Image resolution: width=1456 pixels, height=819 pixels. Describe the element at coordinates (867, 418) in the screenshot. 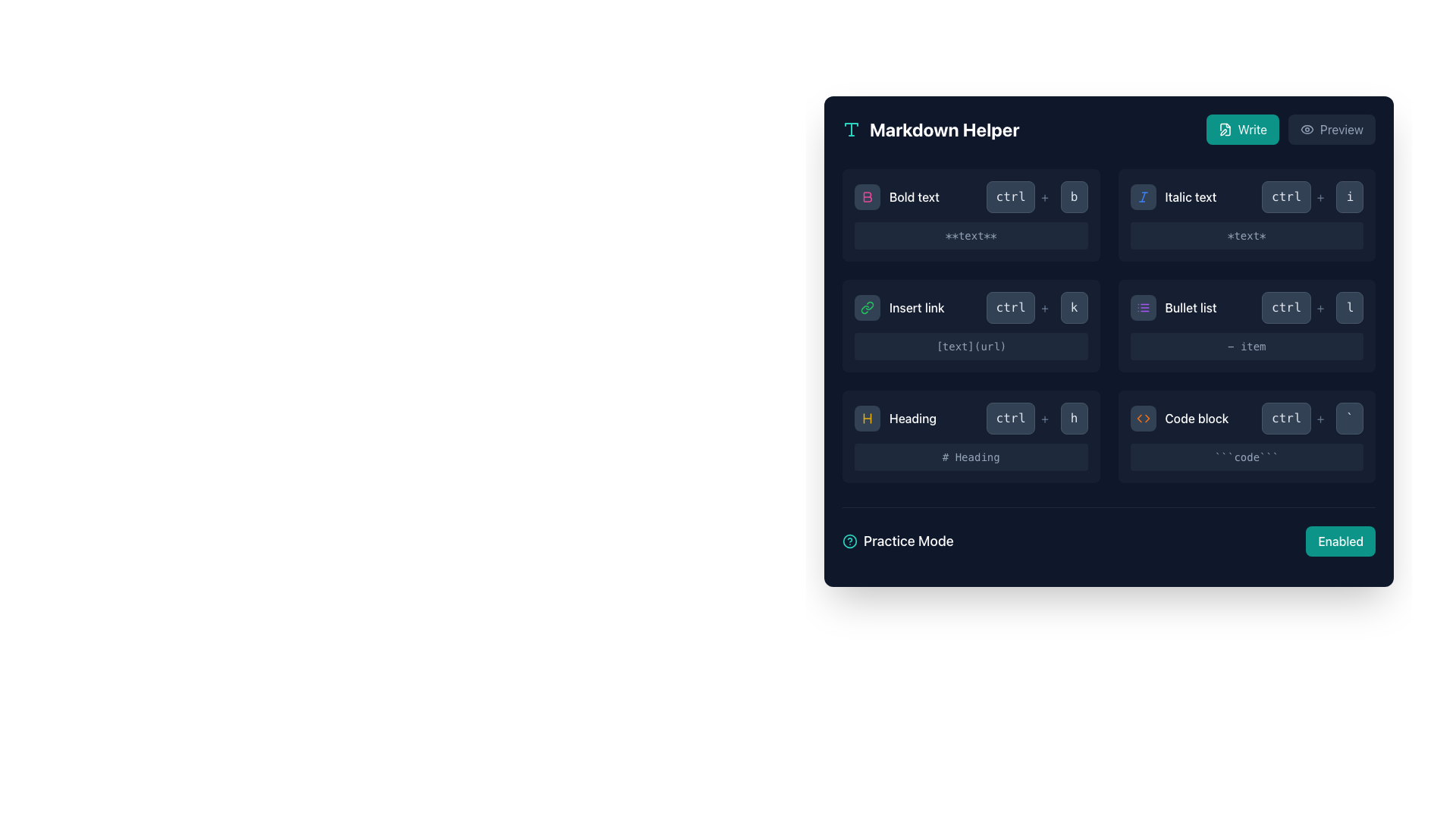

I see `the rectangular button with a dark slate-colored background and a yellow 'H' icon to apply heading formatting in the 'Markdown Helper' section` at that location.